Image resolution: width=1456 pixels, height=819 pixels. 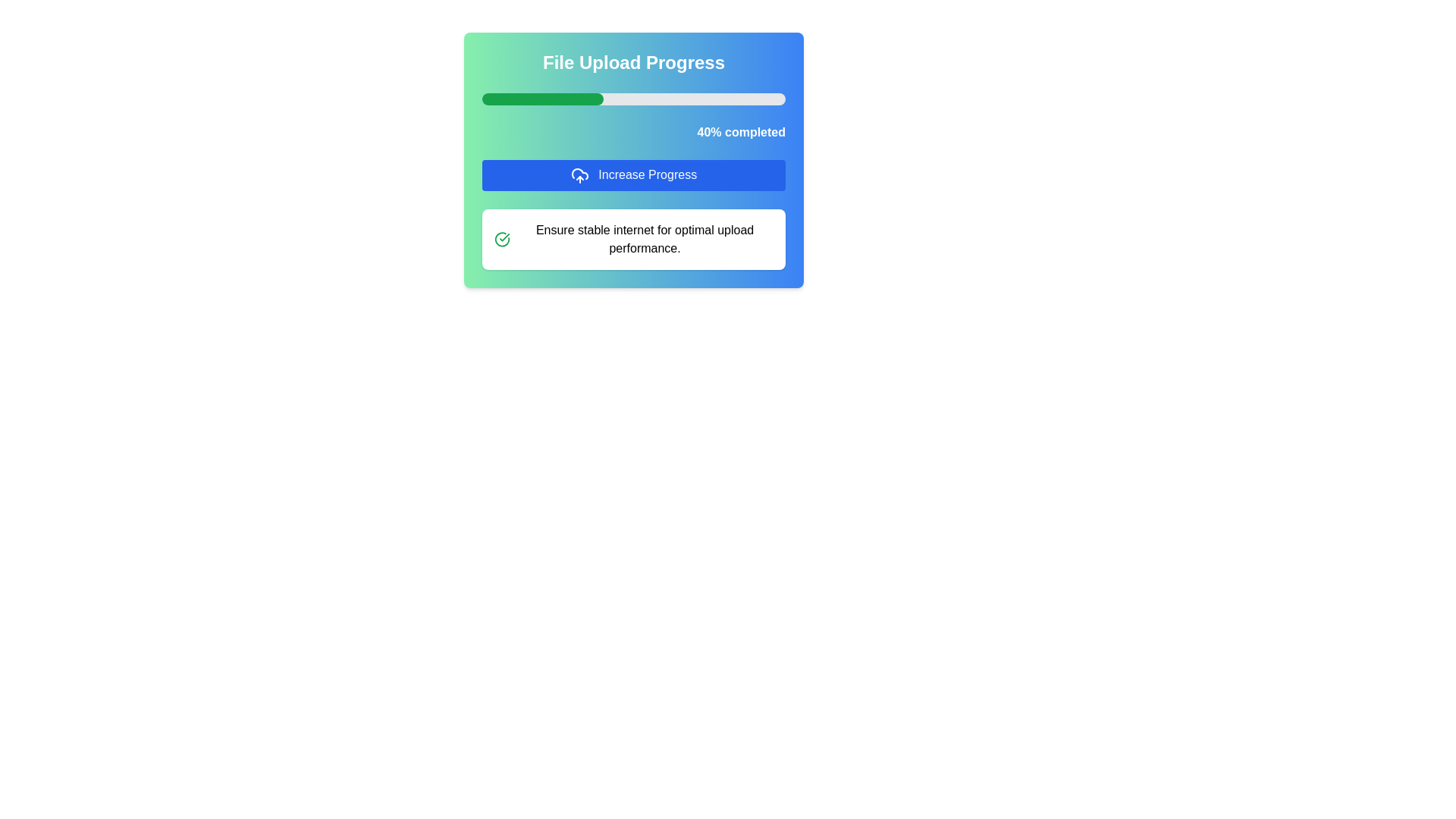 I want to click on the 'Increase Progress' button located below the progress bar, so click(x=633, y=160).